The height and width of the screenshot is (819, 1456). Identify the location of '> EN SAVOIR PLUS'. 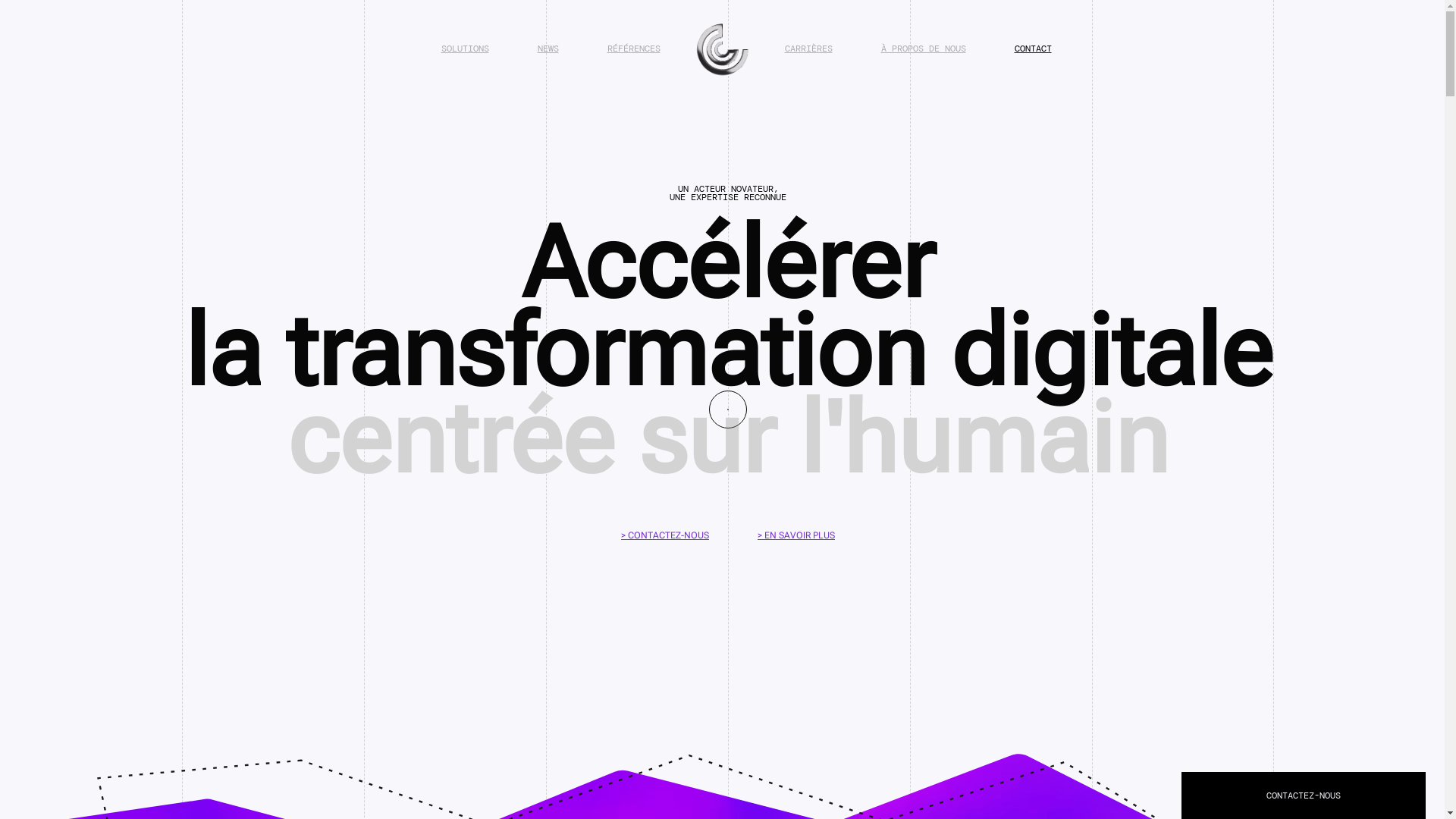
(795, 535).